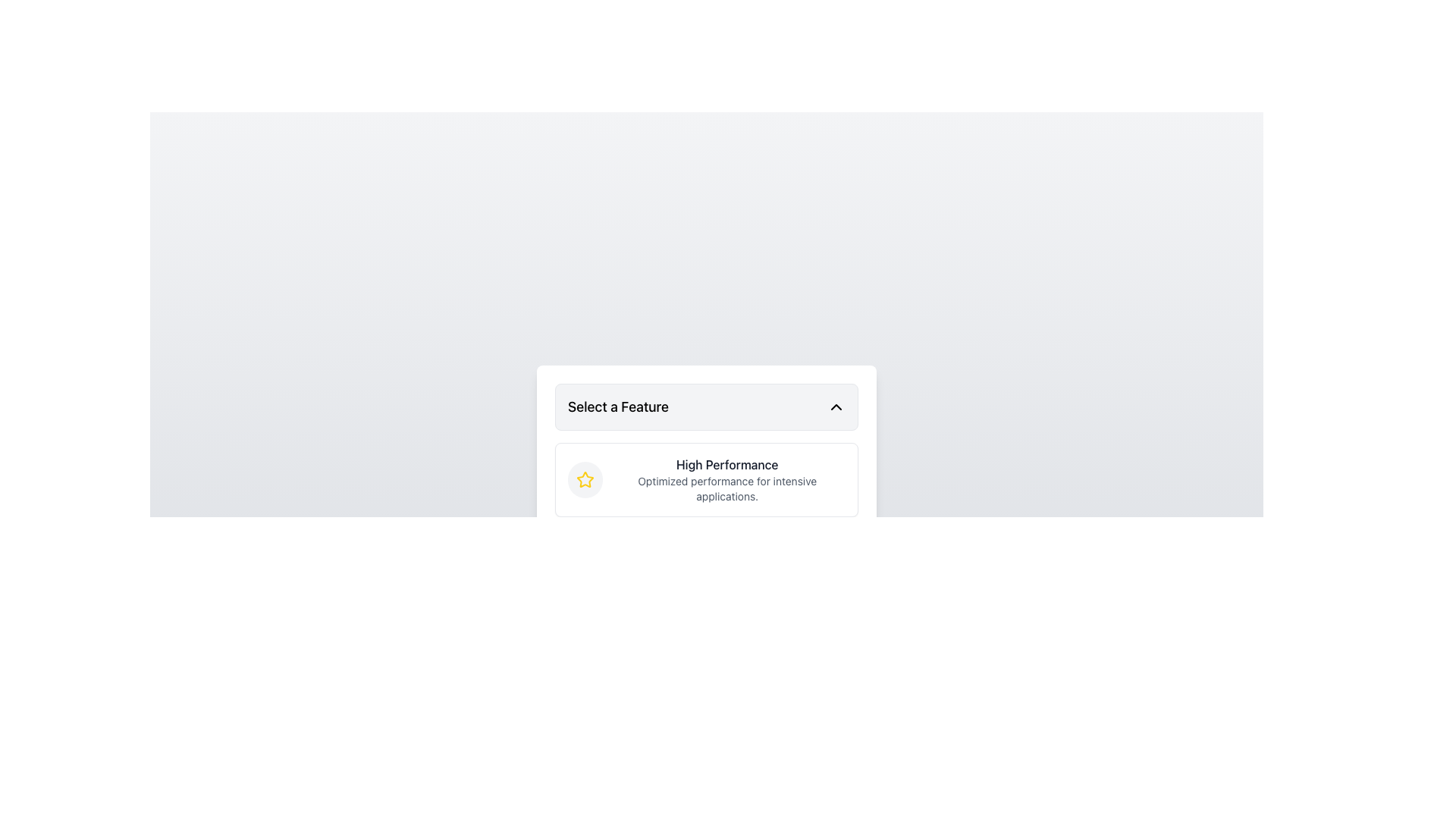  I want to click on the feature description element which consists of a yellow star icon followed by bold 'High Performance' text and smaller gray text 'Optimized performance for intensive applications', so click(705, 479).